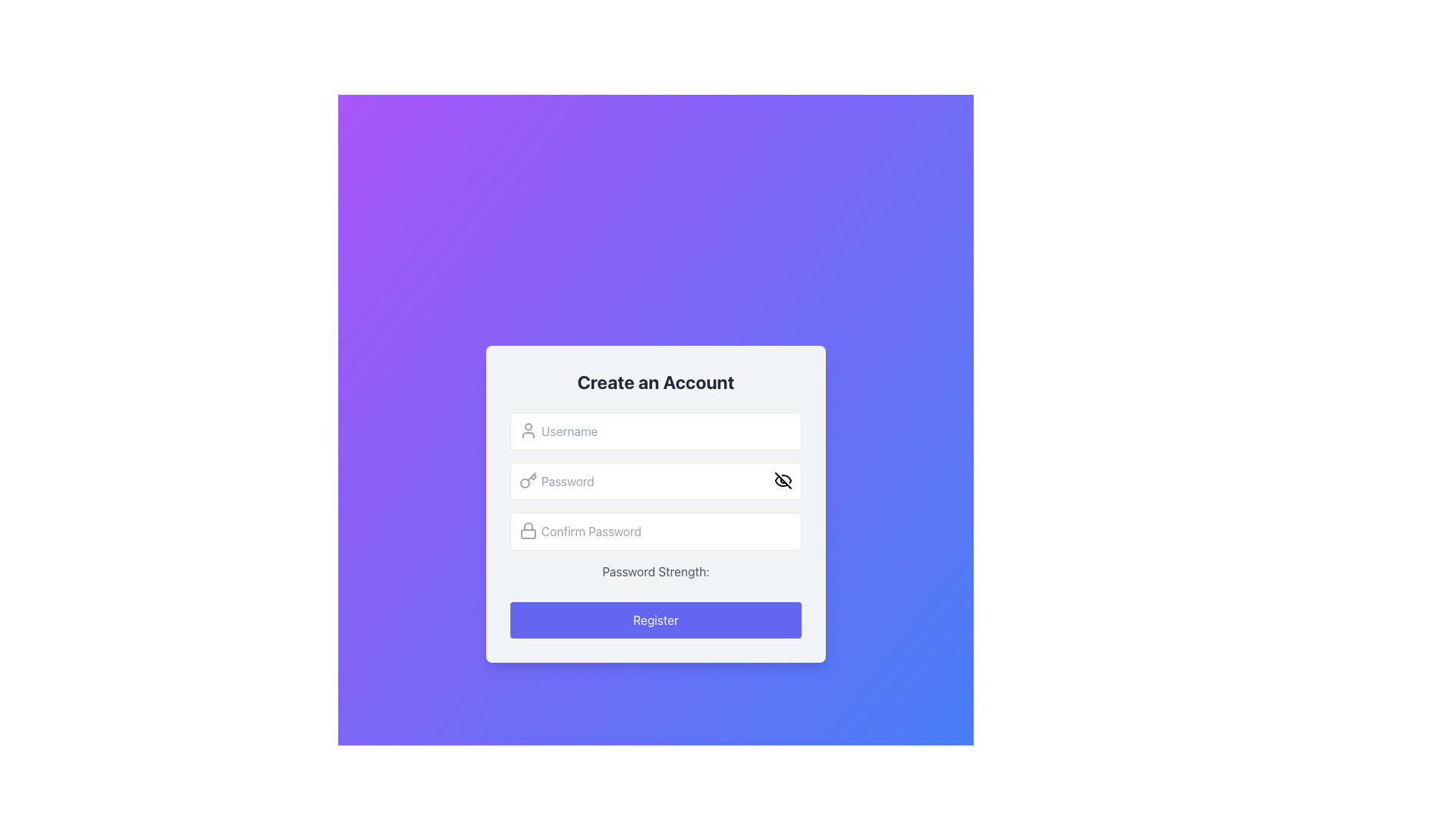  Describe the element at coordinates (655, 620) in the screenshot. I see `the 'Register' button with a vibrant indigo background to see a highlight ring` at that location.